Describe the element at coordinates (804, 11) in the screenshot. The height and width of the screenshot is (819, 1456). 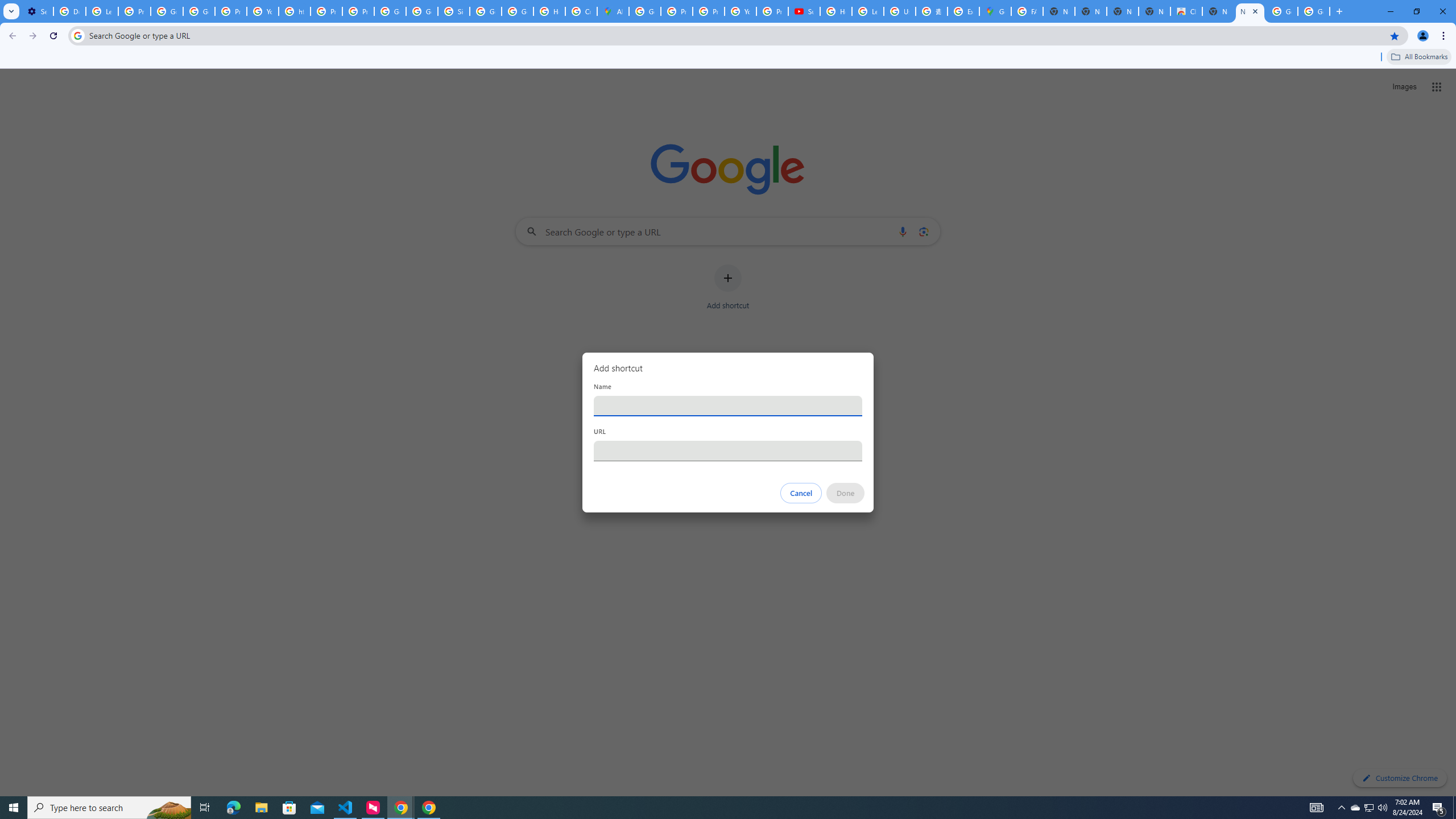
I see `'Subscriptions - YouTube'` at that location.